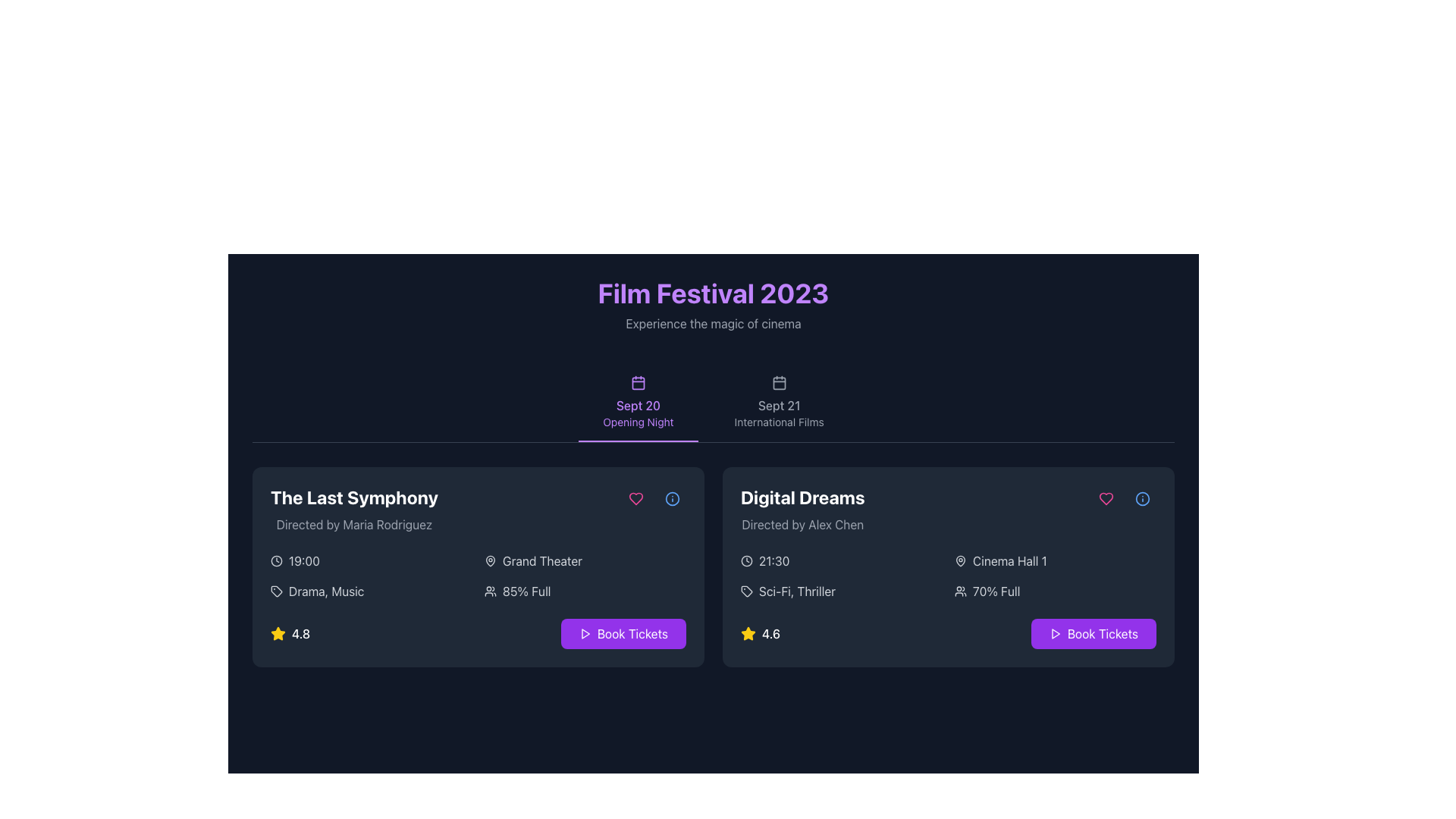 This screenshot has height=819, width=1456. I want to click on text label that serves as the title of the movie entry, positioned above the subtitle 'Directed by Alex Chen' in the right-hand side movie card section, so click(802, 497).